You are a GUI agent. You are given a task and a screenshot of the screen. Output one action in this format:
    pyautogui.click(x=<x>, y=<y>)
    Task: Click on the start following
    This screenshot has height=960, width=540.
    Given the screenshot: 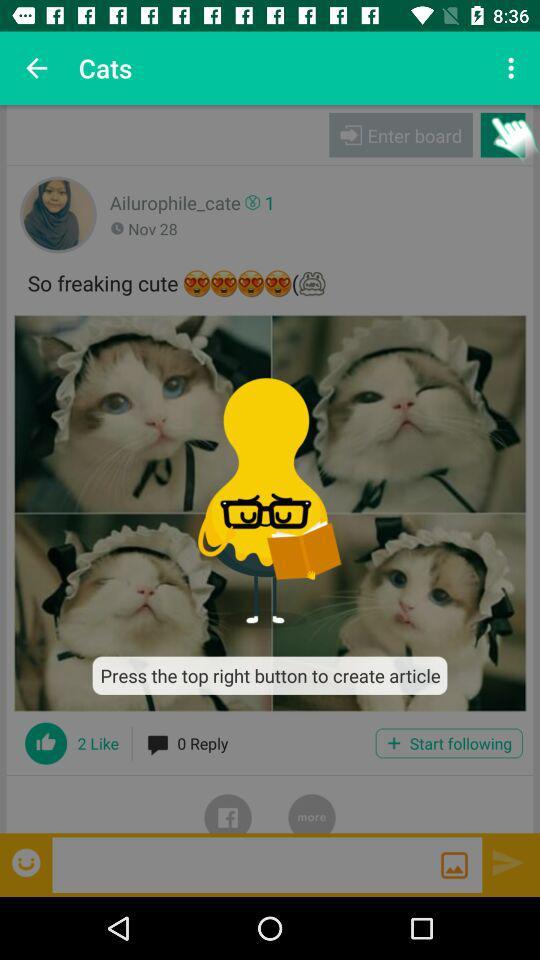 What is the action you would take?
    pyautogui.click(x=449, y=742)
    